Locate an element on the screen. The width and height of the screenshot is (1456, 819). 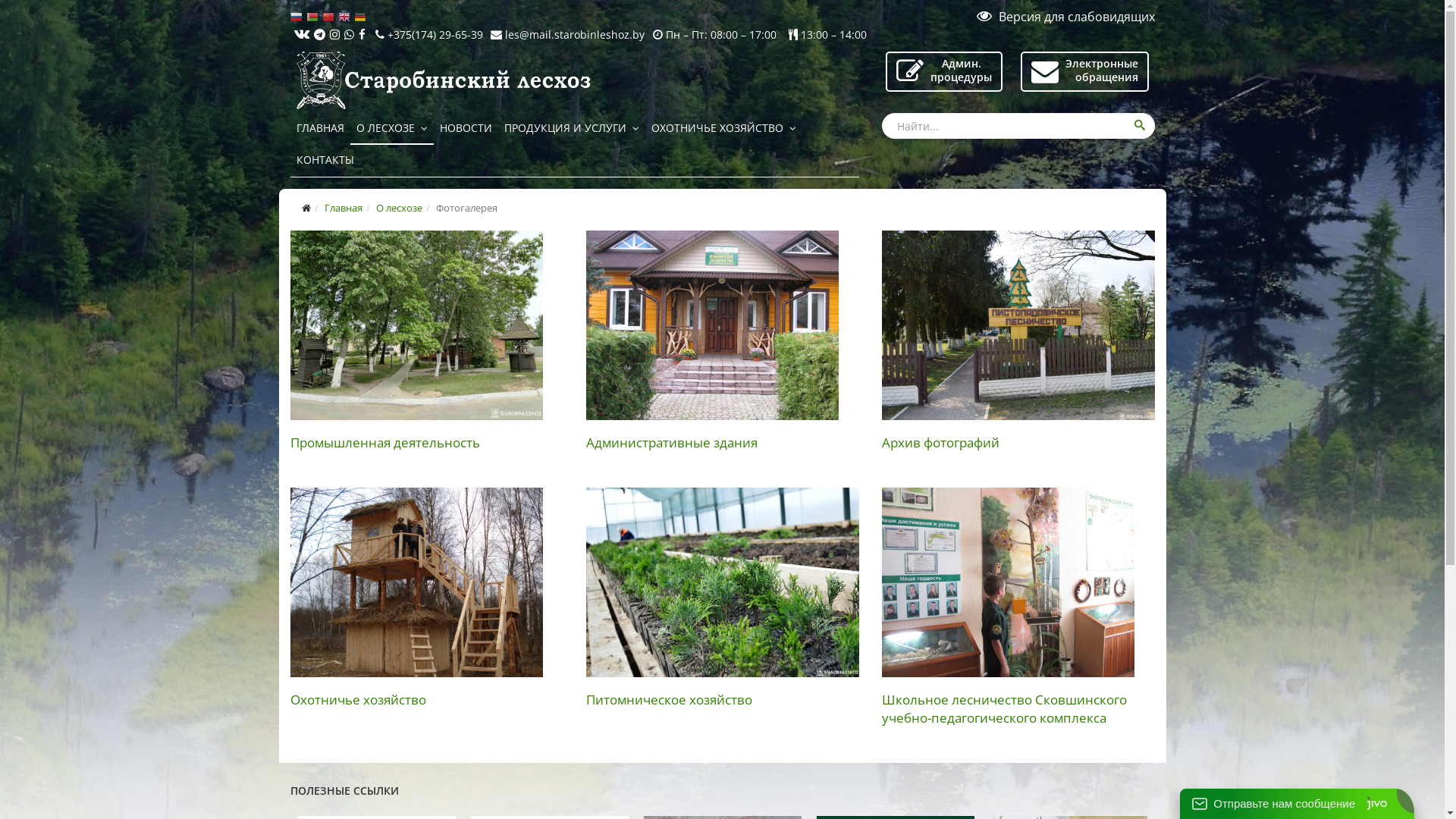
'Belarusian' is located at coordinates (313, 16).